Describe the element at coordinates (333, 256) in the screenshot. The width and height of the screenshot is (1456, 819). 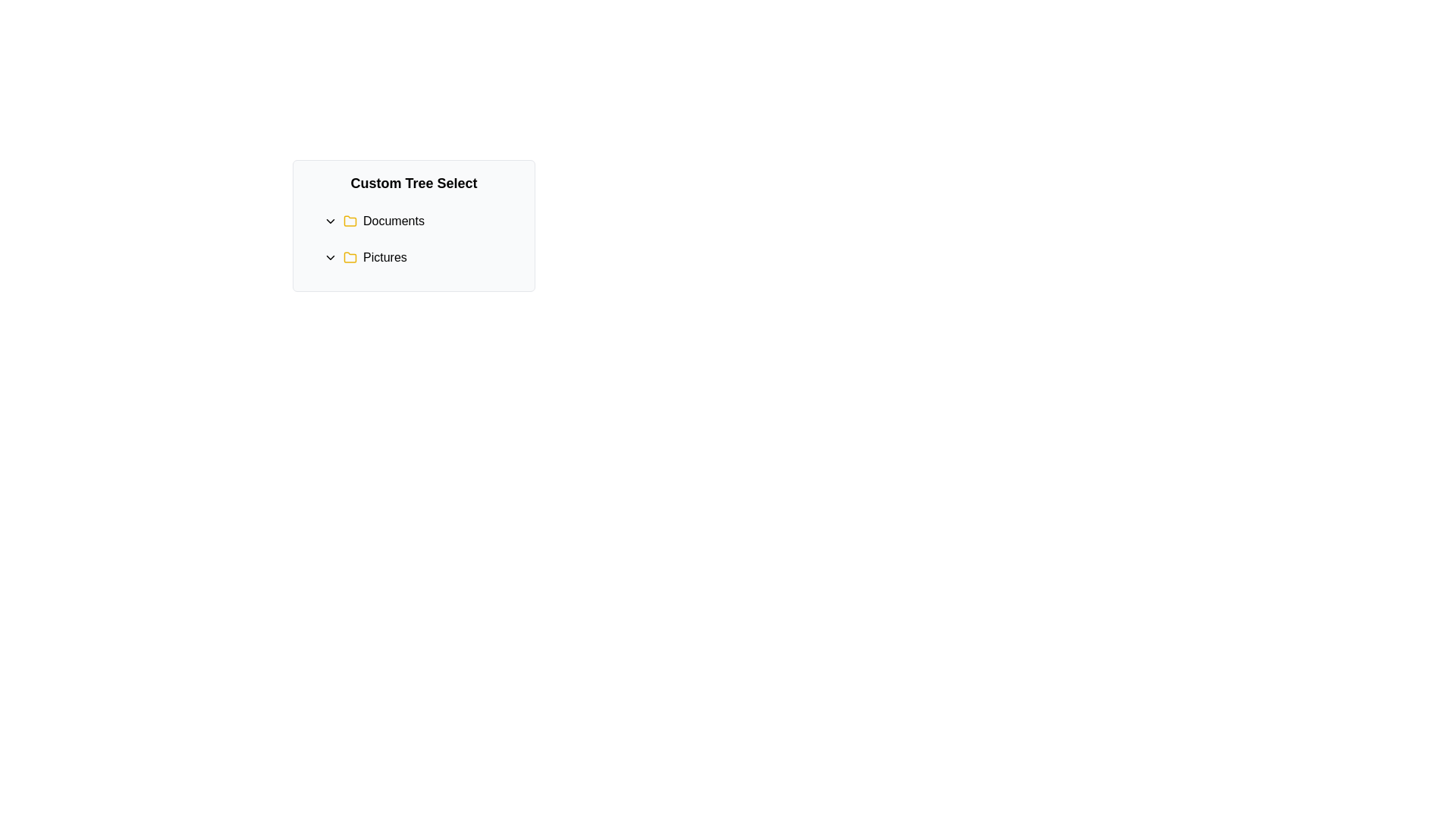
I see `the Chevron Icon (Indicator)` at that location.